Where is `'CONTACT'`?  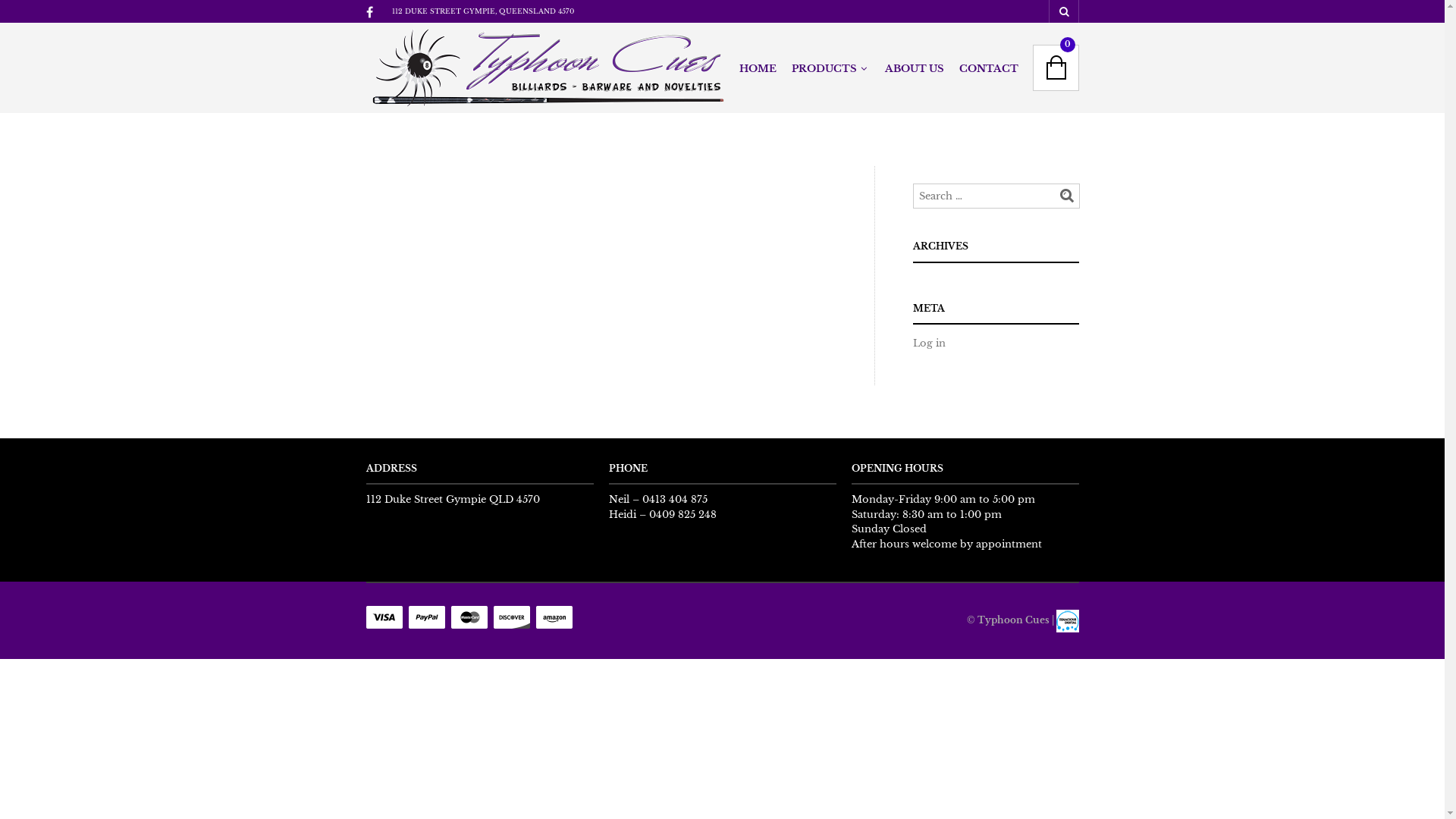 'CONTACT' is located at coordinates (987, 69).